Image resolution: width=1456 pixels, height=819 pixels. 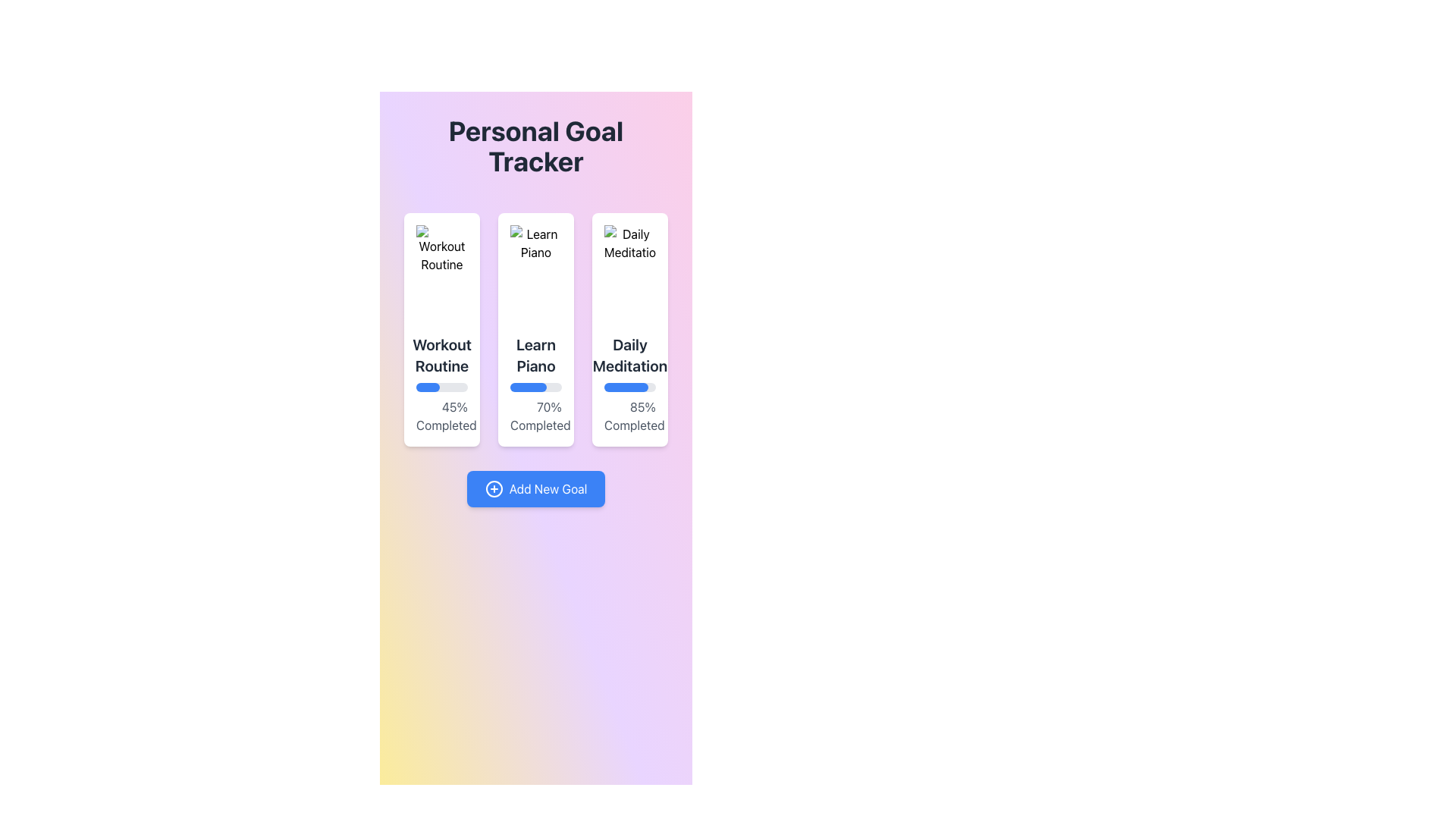 I want to click on the progress bar located in the 'Daily Meditation' section, which has a light gray background and an inner blue fill segment representing 85% completion, so click(x=629, y=386).